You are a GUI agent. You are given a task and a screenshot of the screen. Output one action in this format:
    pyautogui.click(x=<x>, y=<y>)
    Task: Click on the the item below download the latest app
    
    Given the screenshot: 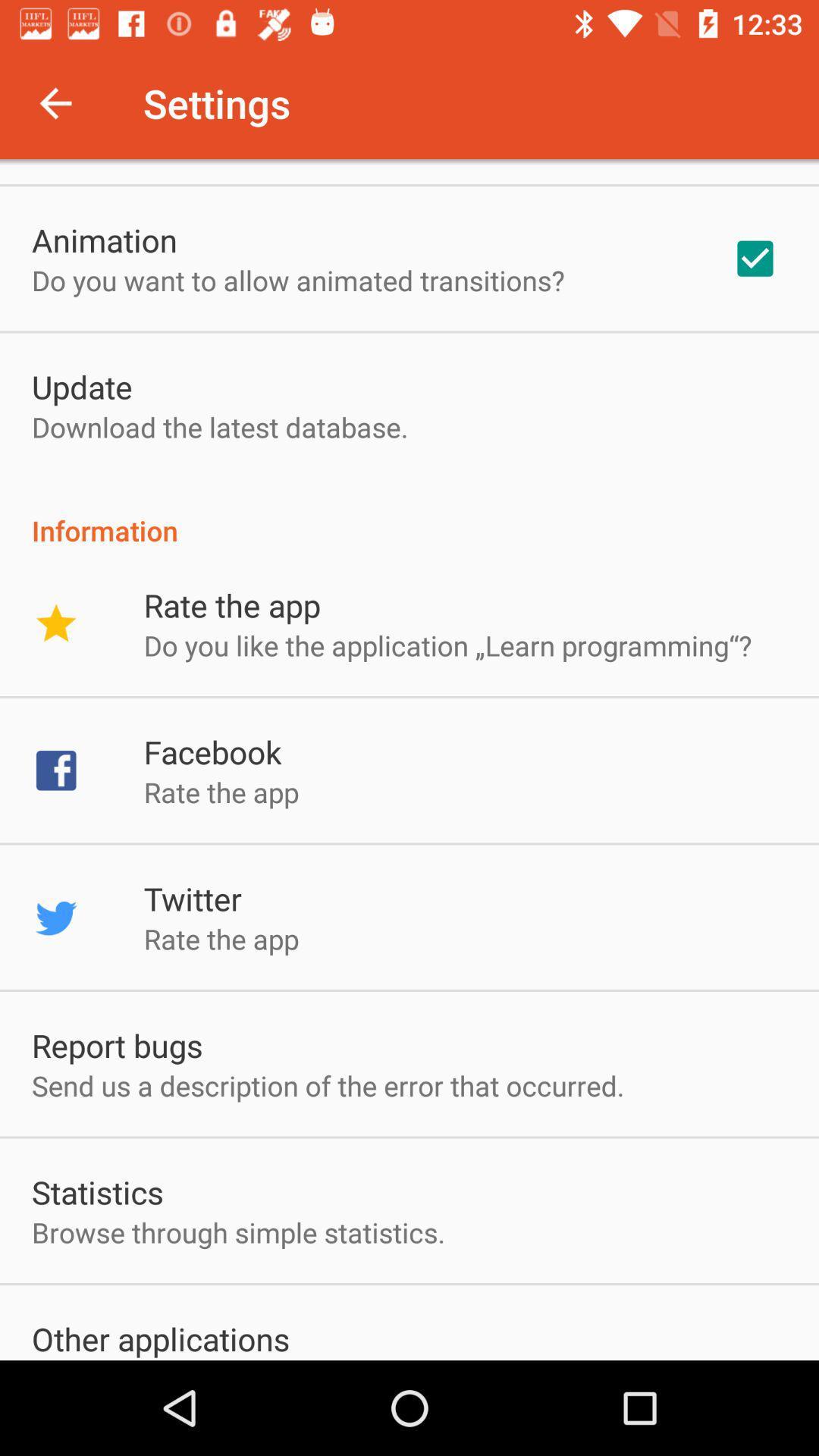 What is the action you would take?
    pyautogui.click(x=409, y=514)
    